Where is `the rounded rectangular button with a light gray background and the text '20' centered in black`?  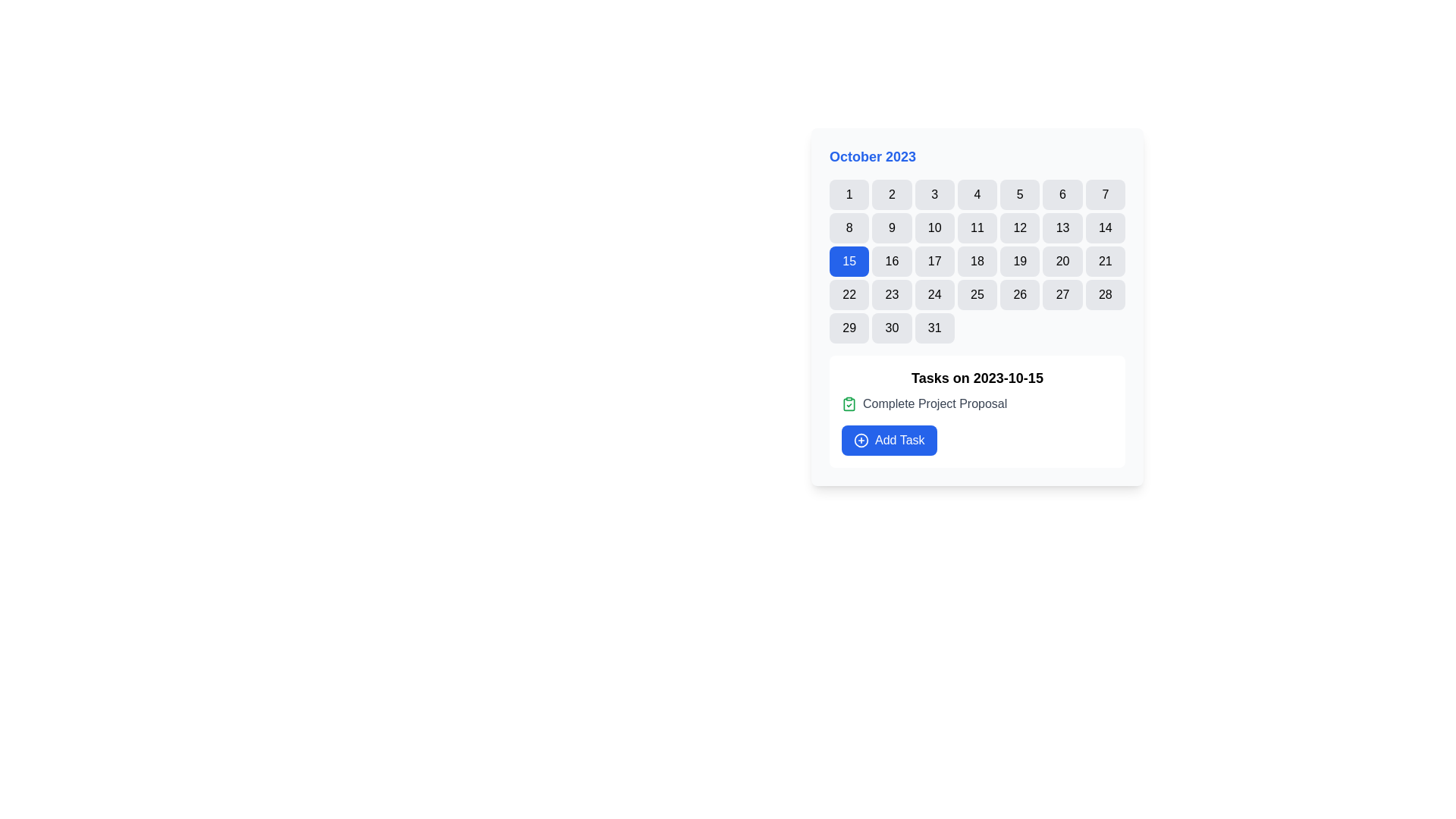
the rounded rectangular button with a light gray background and the text '20' centered in black is located at coordinates (1062, 260).